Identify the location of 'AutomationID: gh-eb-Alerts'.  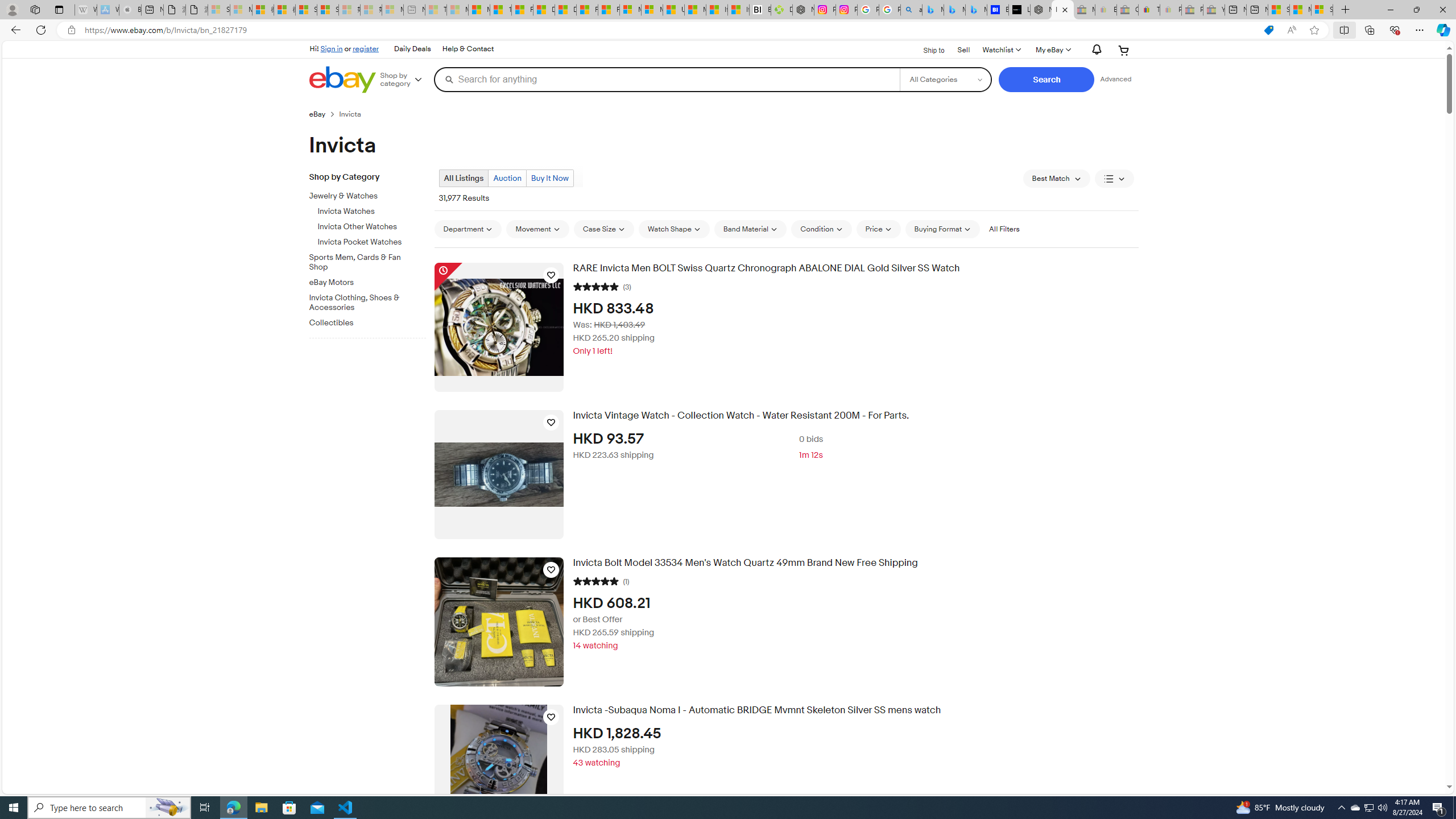
(1094, 50).